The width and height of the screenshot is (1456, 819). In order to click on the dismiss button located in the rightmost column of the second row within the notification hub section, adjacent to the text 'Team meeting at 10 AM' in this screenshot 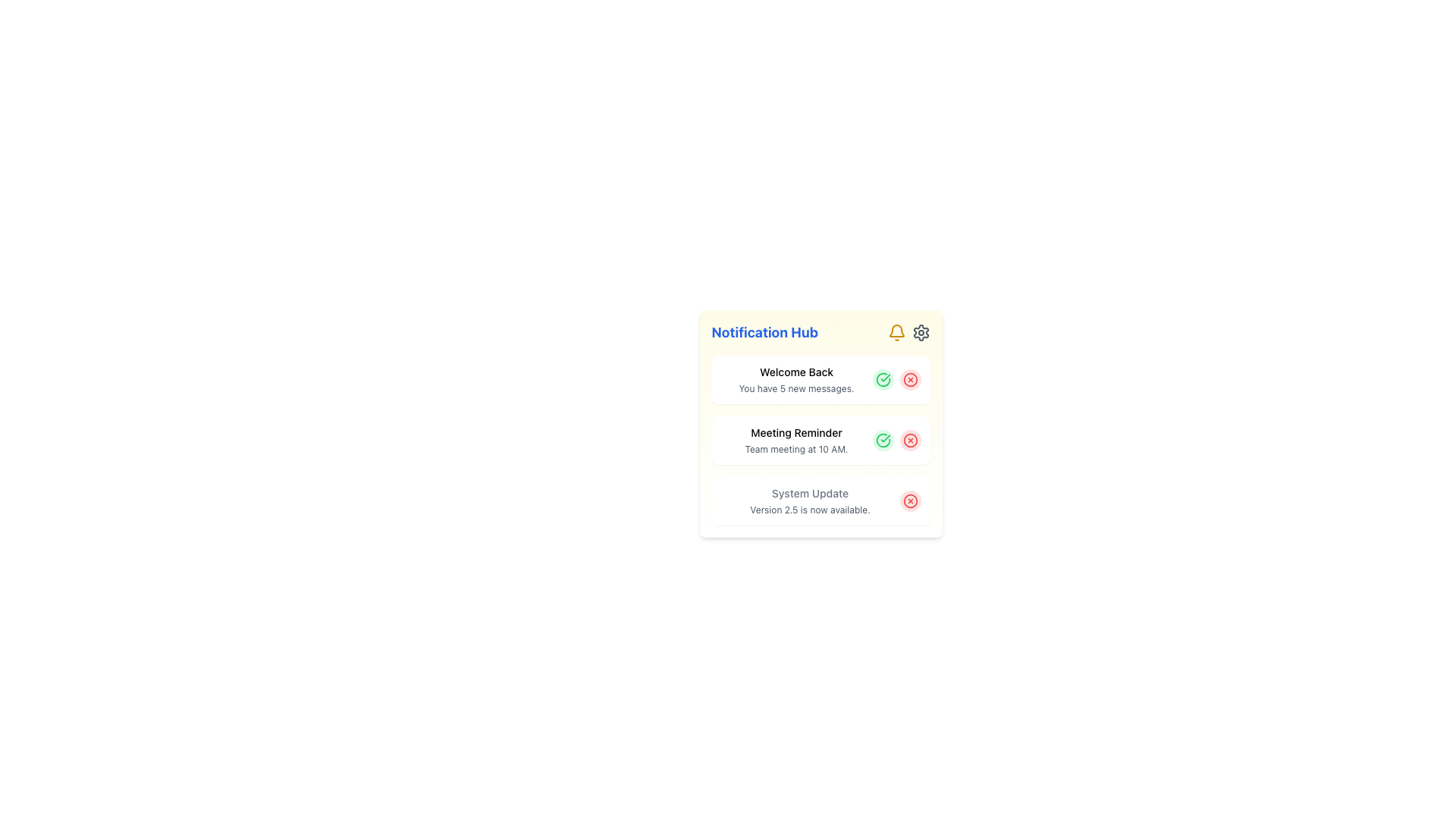, I will do `click(910, 441)`.